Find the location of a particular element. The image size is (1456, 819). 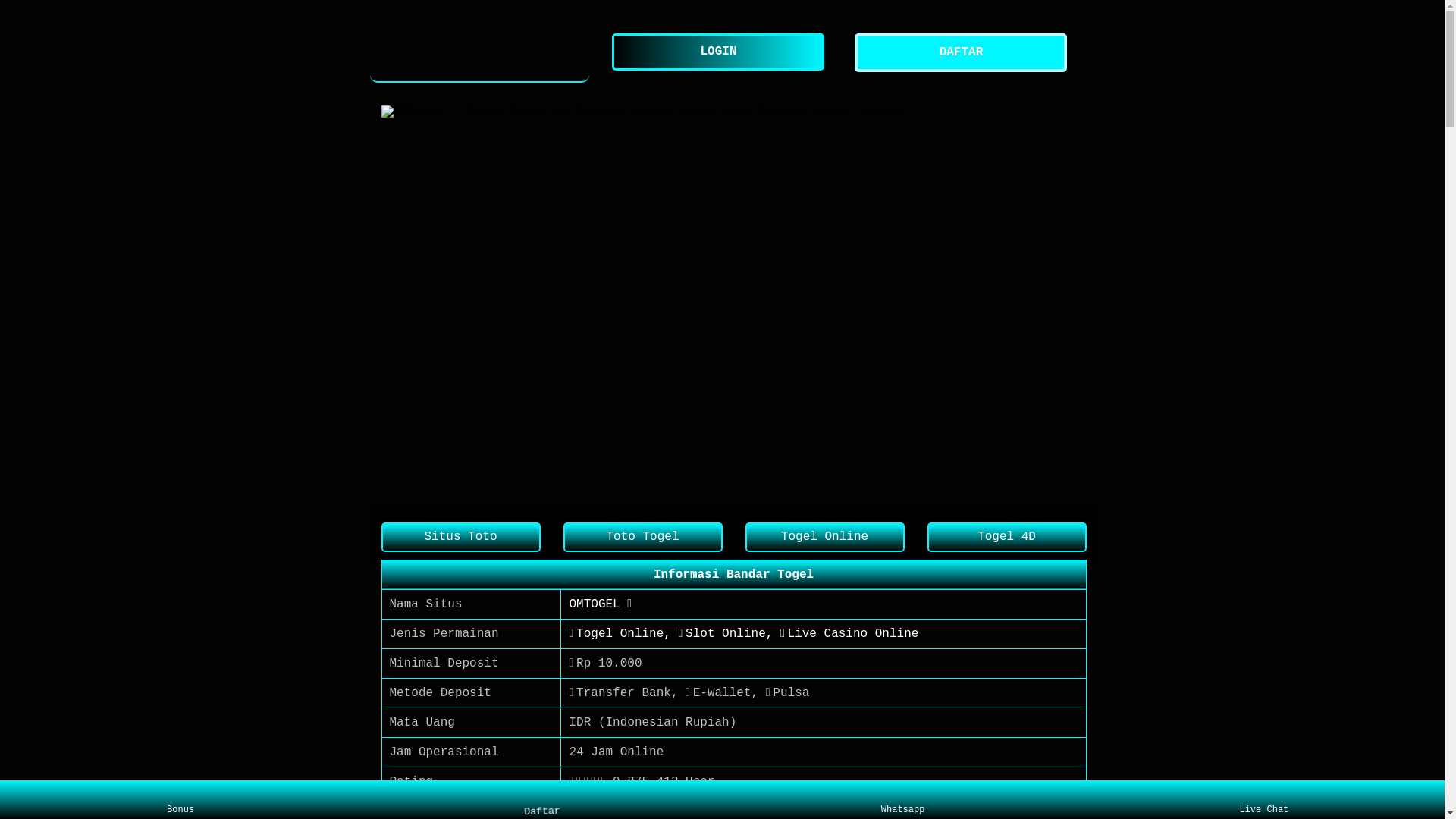

'Toto Togel' is located at coordinates (642, 536).